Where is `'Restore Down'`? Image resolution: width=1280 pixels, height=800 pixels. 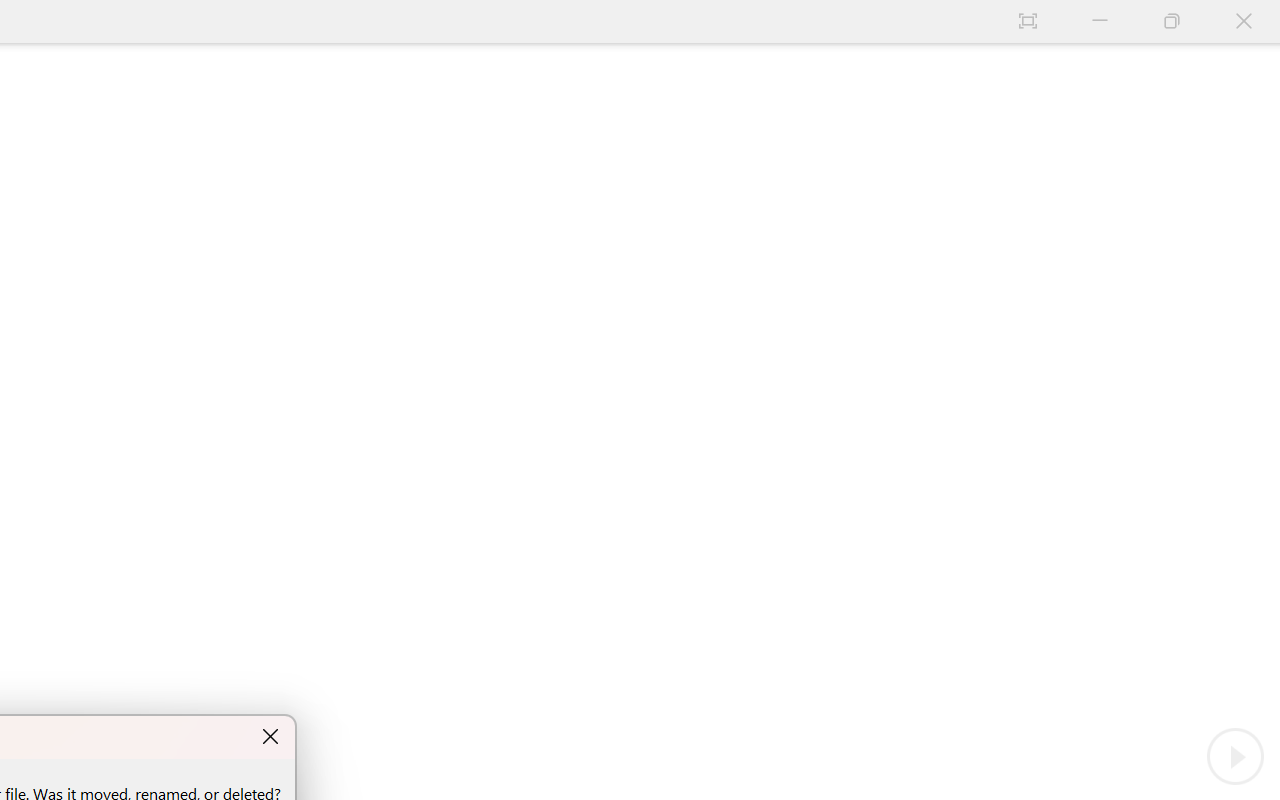
'Restore Down' is located at coordinates (1209, 18).